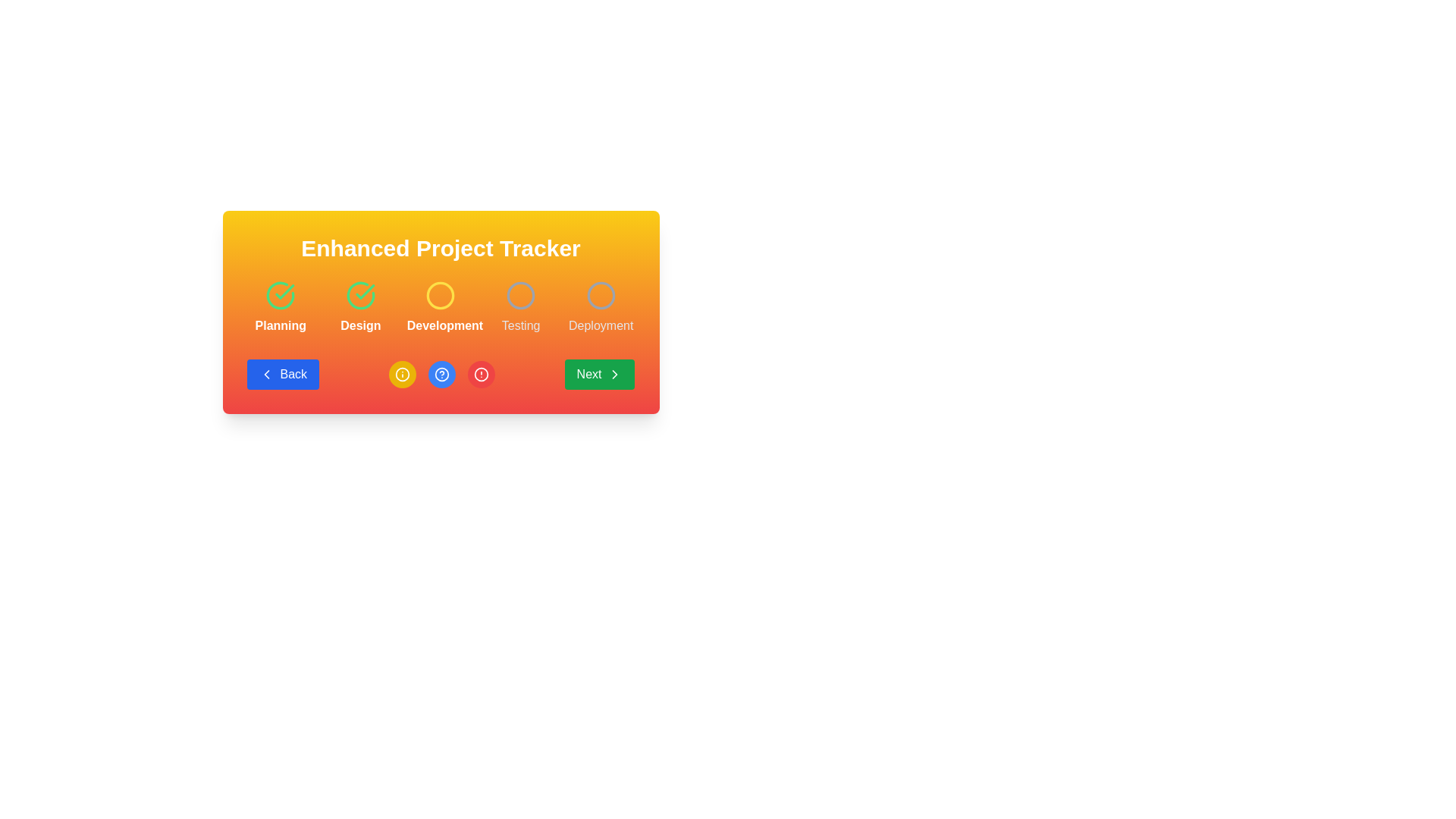 This screenshot has height=819, width=1456. I want to click on the static text label indicating the 'Planning' phase of the sequential process, which is located below the green check-mark icon and to the left of the steps labeled 'Design', 'Development', 'Testing', and 'Deployment', so click(281, 325).